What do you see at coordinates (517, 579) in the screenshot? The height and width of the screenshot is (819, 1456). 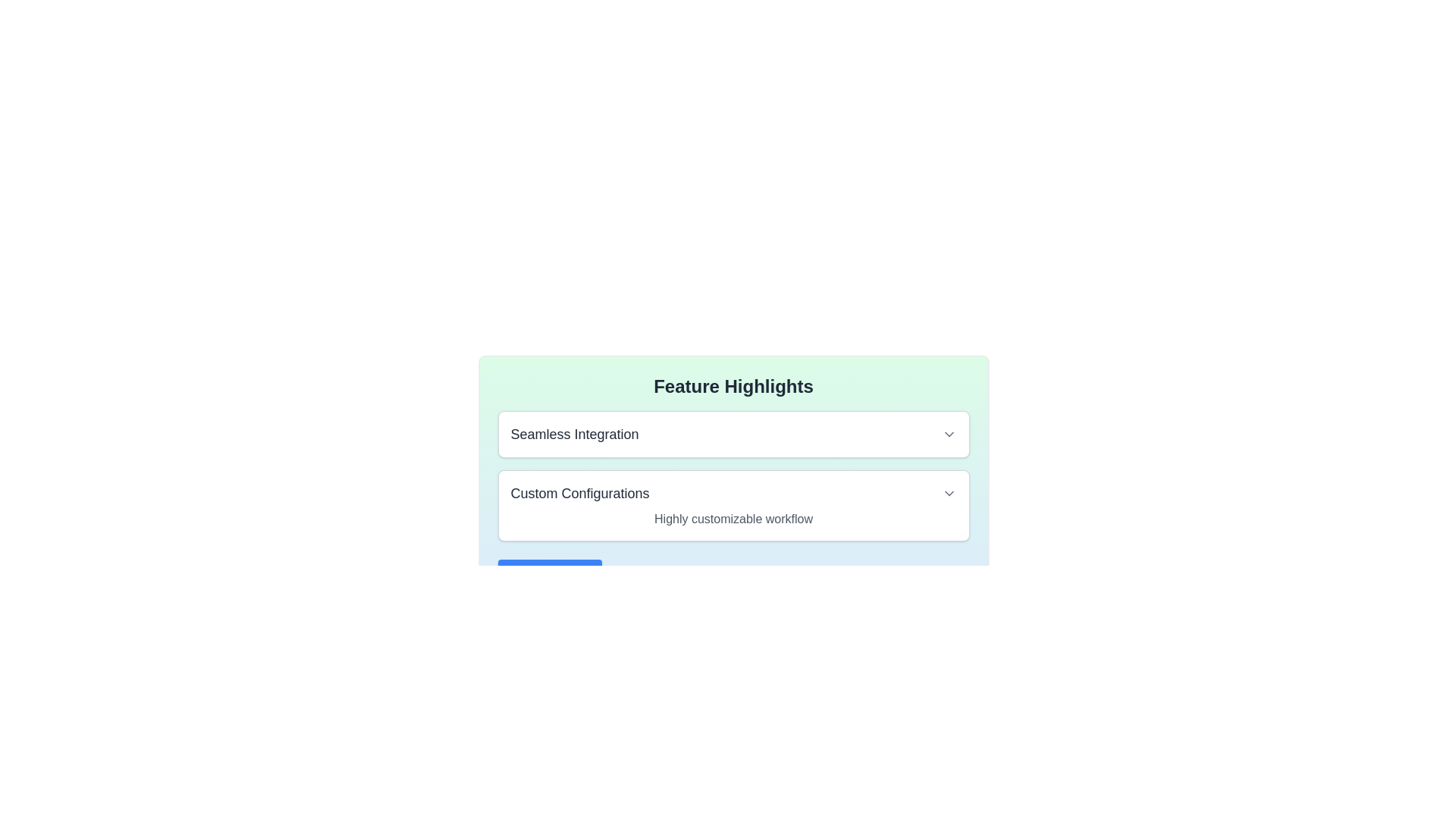 I see `the graphical representation of the 'Add' action icon located within the 'Add Feature' button, positioned to the left of the button text` at bounding box center [517, 579].